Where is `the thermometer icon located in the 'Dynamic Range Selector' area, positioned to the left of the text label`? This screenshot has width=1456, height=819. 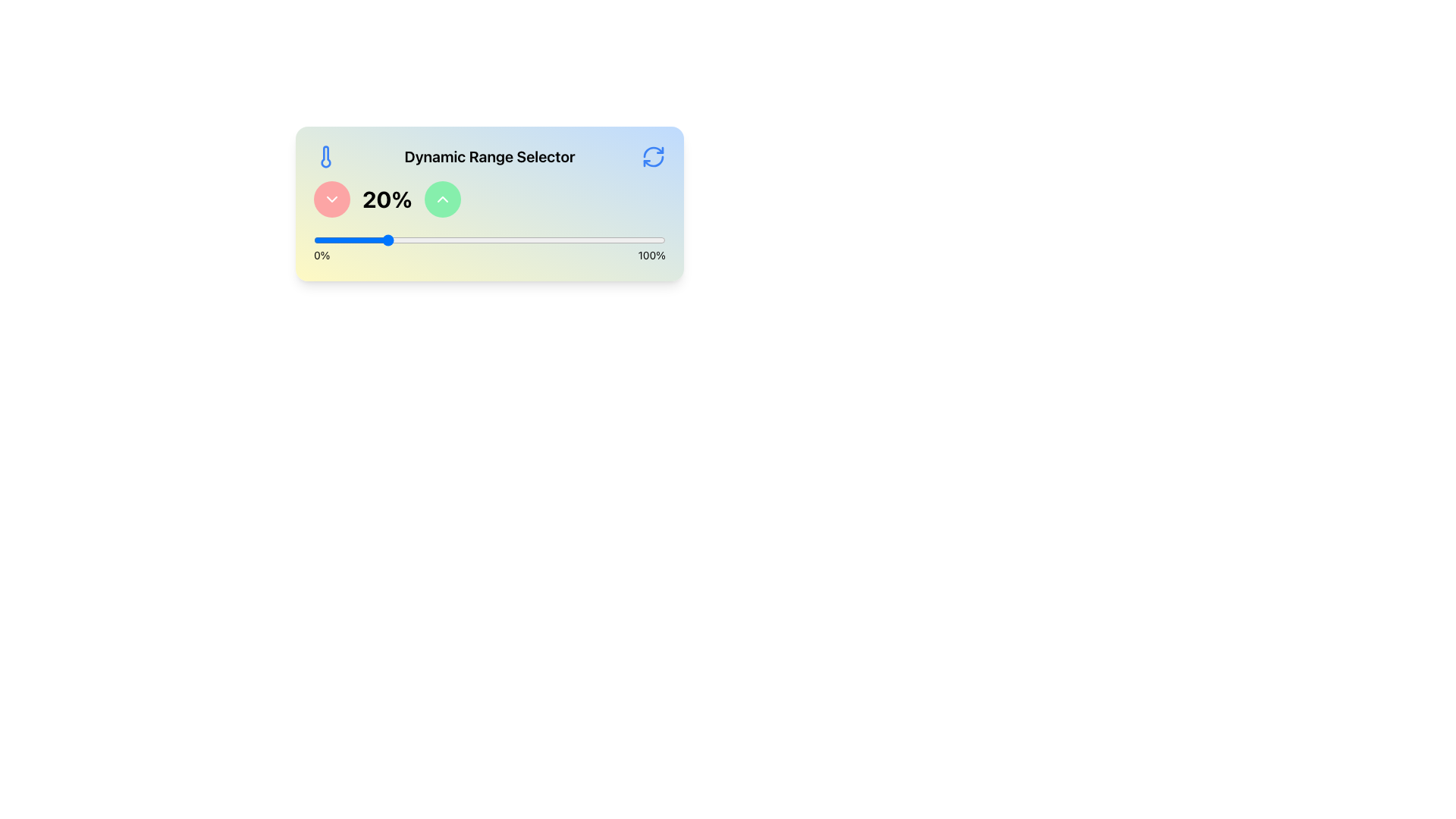 the thermometer icon located in the 'Dynamic Range Selector' area, positioned to the left of the text label is located at coordinates (325, 157).